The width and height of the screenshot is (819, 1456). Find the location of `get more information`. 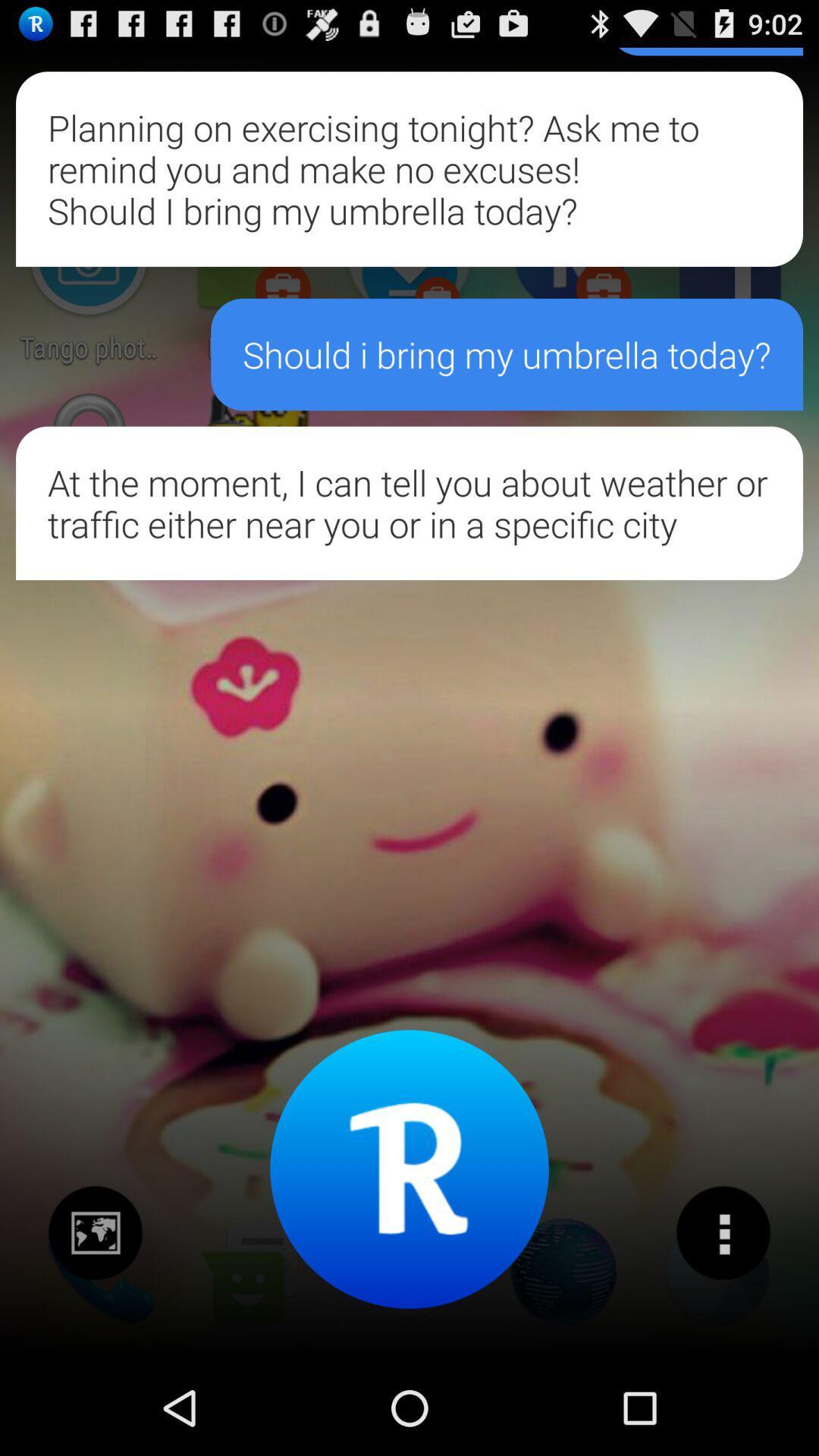

get more information is located at coordinates (722, 1233).